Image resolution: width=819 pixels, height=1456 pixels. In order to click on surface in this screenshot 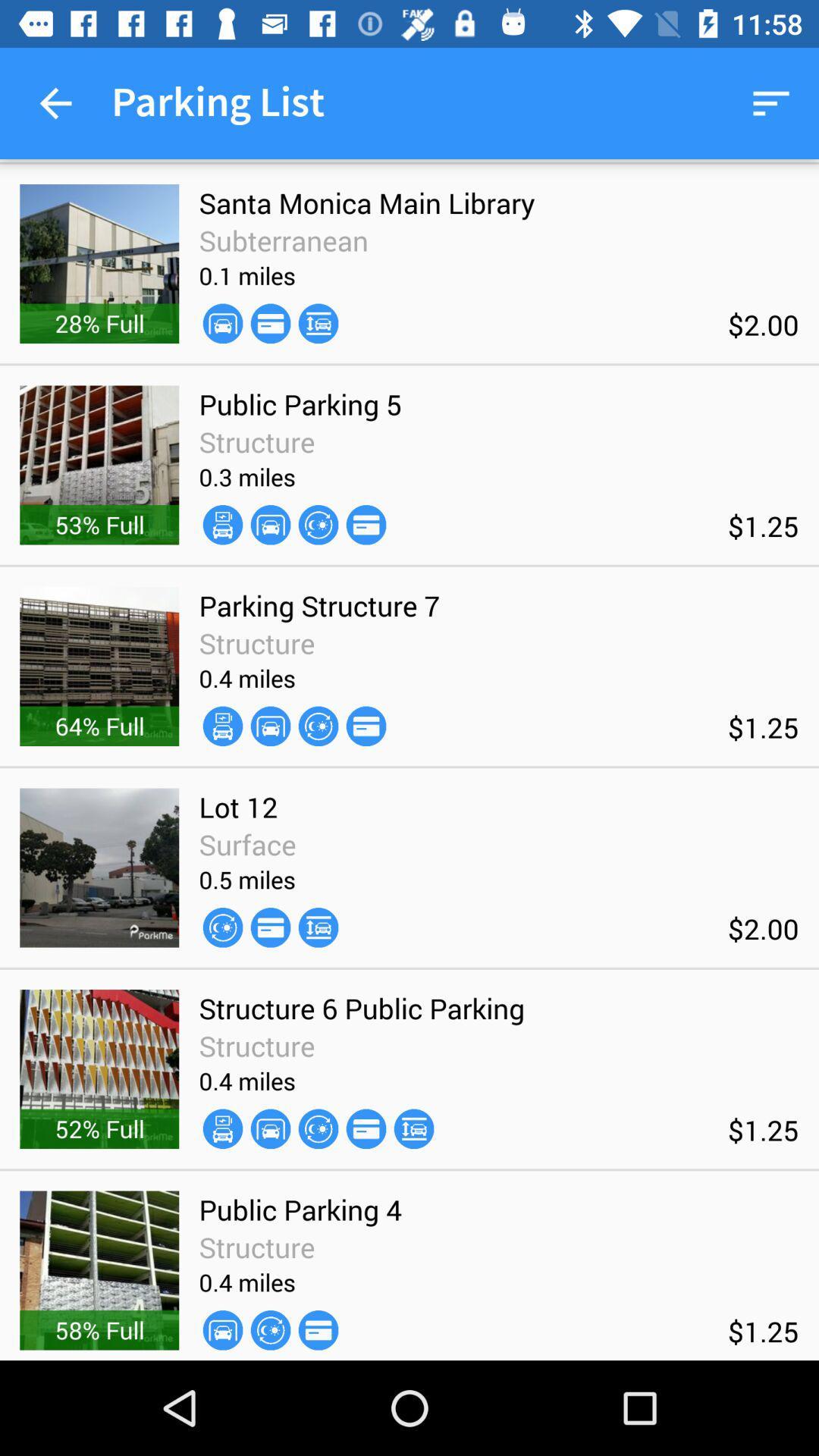, I will do `click(246, 843)`.